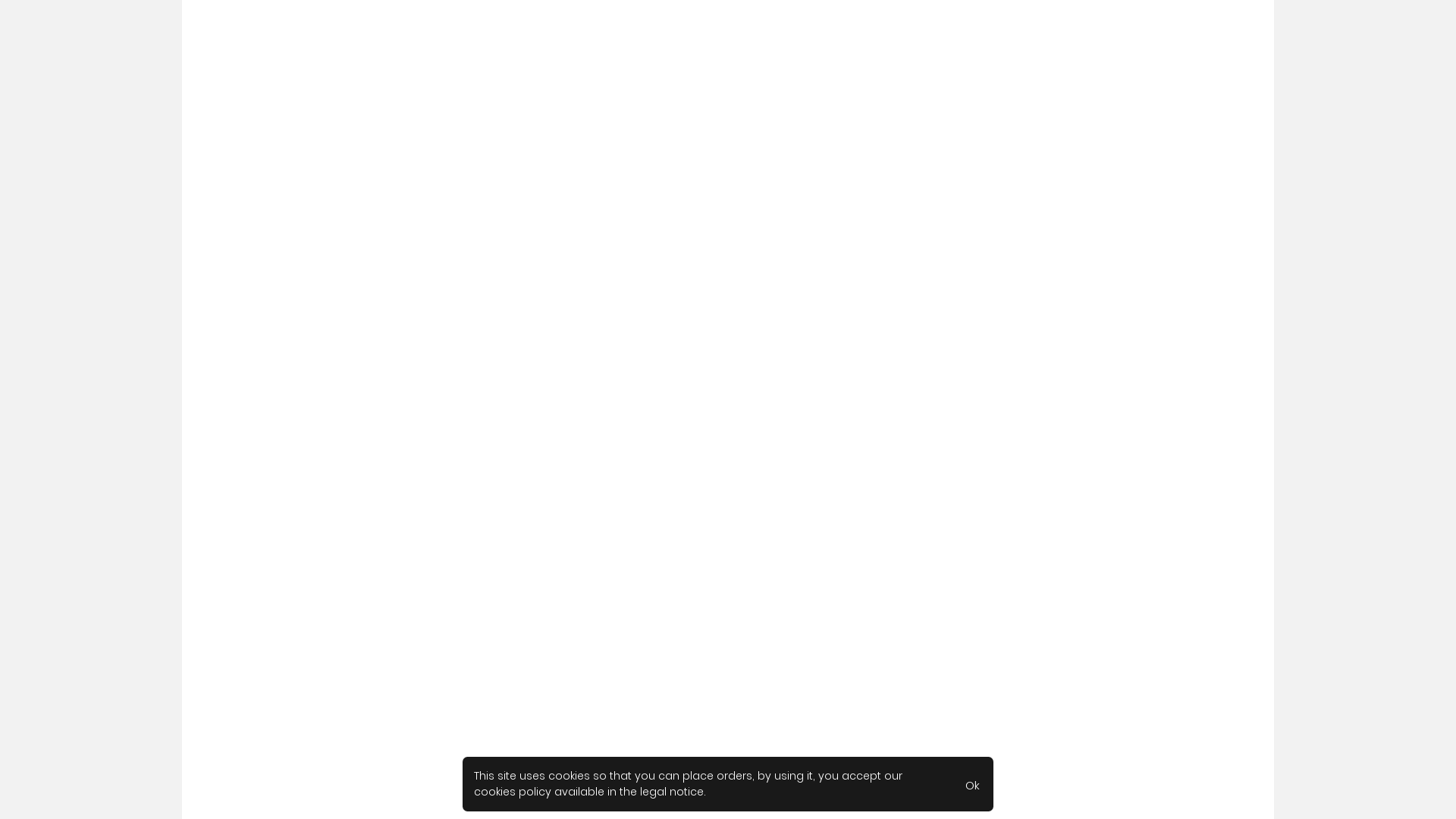  Describe the element at coordinates (952, 783) in the screenshot. I see `'Ok'` at that location.